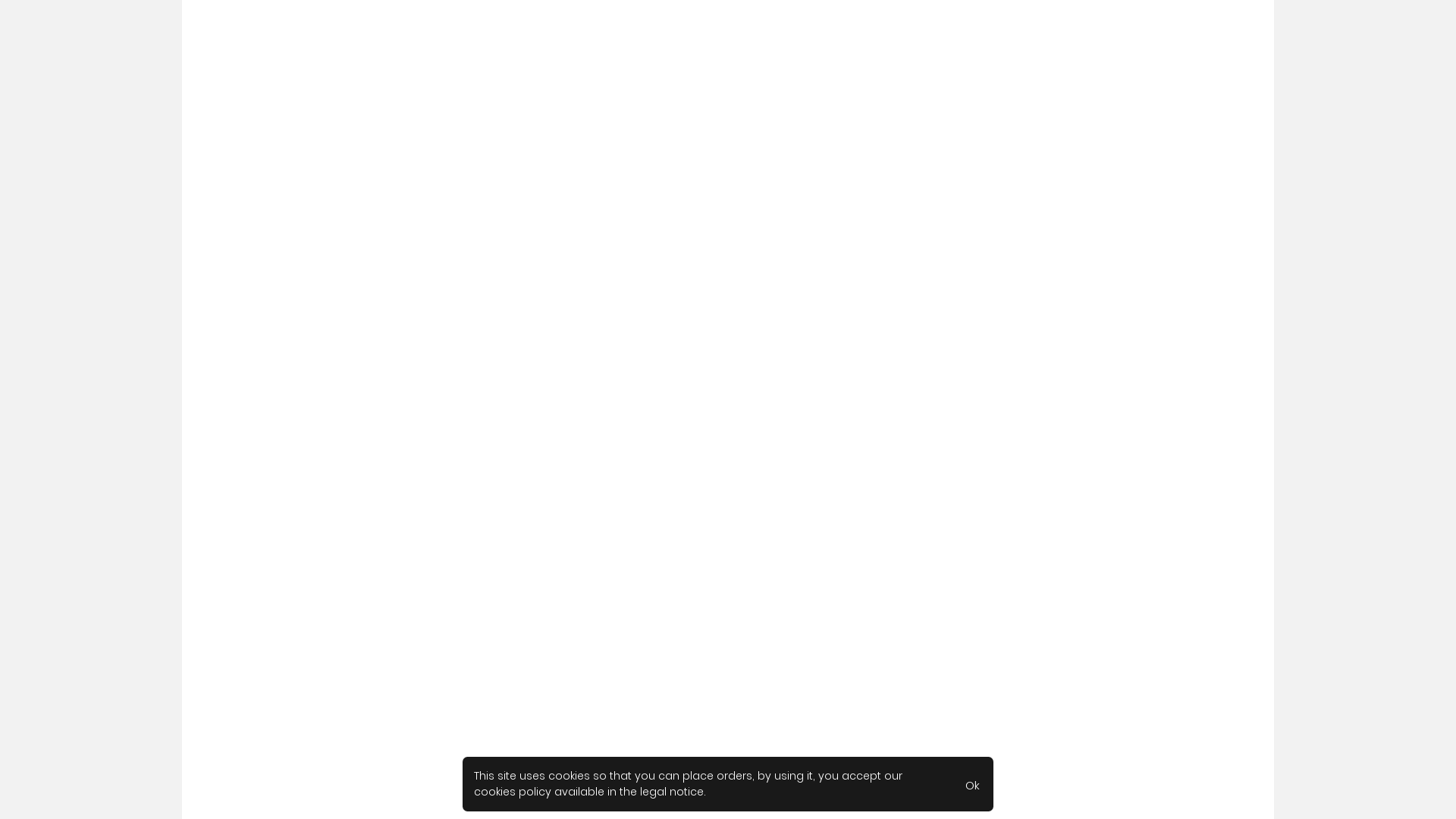  Describe the element at coordinates (952, 783) in the screenshot. I see `'Ok'` at that location.